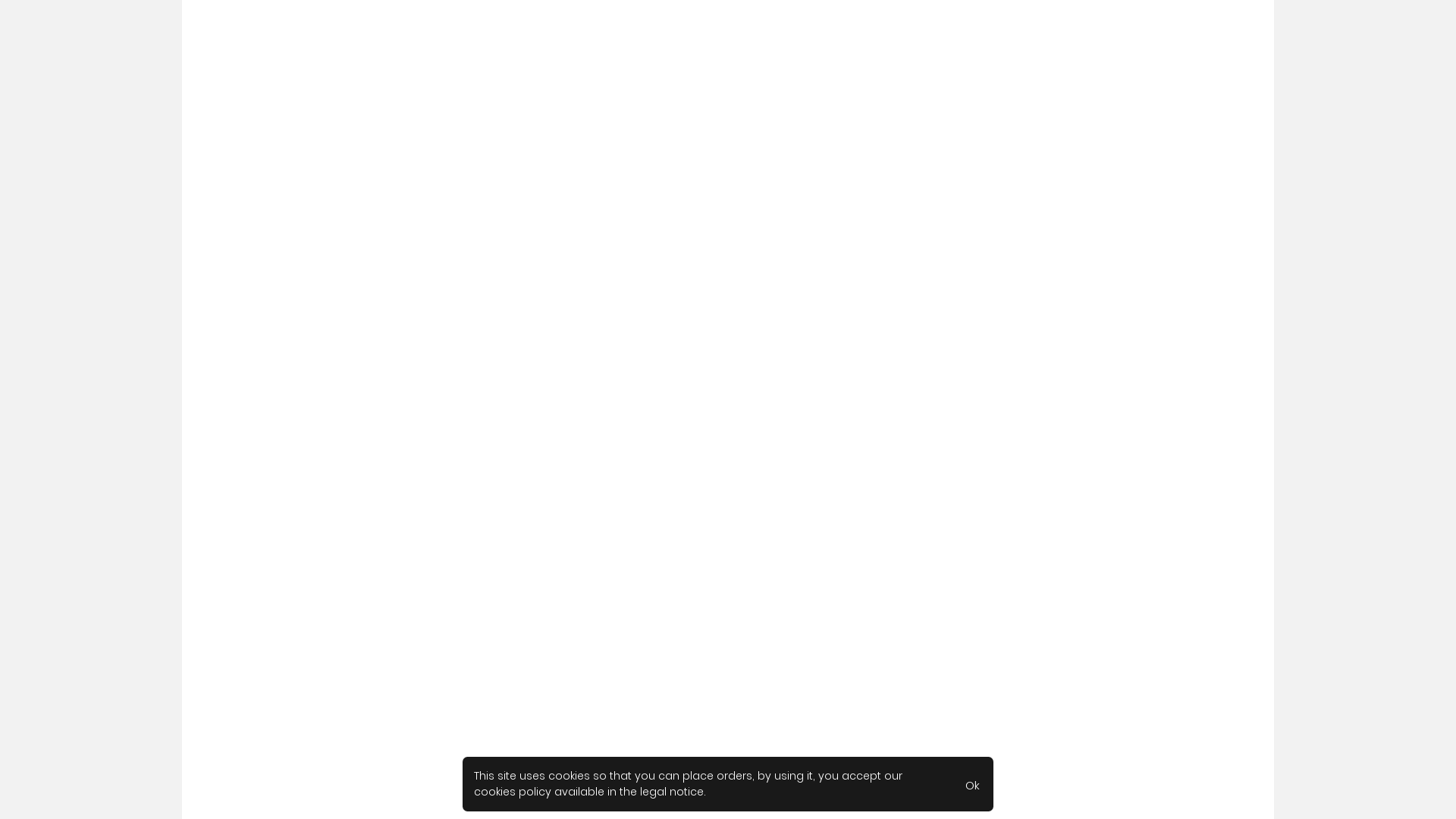  Describe the element at coordinates (952, 783) in the screenshot. I see `'Ok'` at that location.